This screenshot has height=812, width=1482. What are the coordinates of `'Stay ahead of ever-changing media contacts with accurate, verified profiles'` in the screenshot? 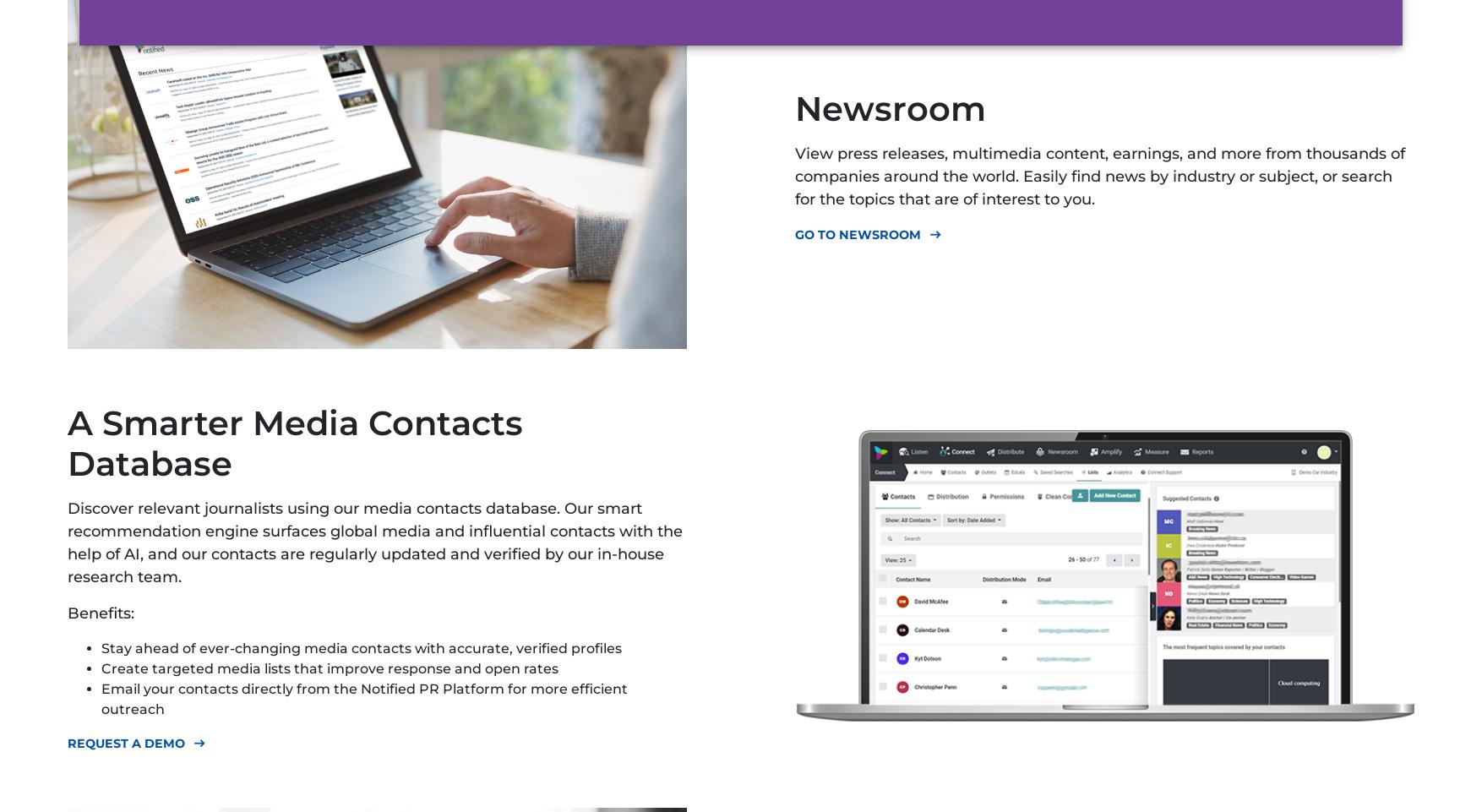 It's located at (361, 647).